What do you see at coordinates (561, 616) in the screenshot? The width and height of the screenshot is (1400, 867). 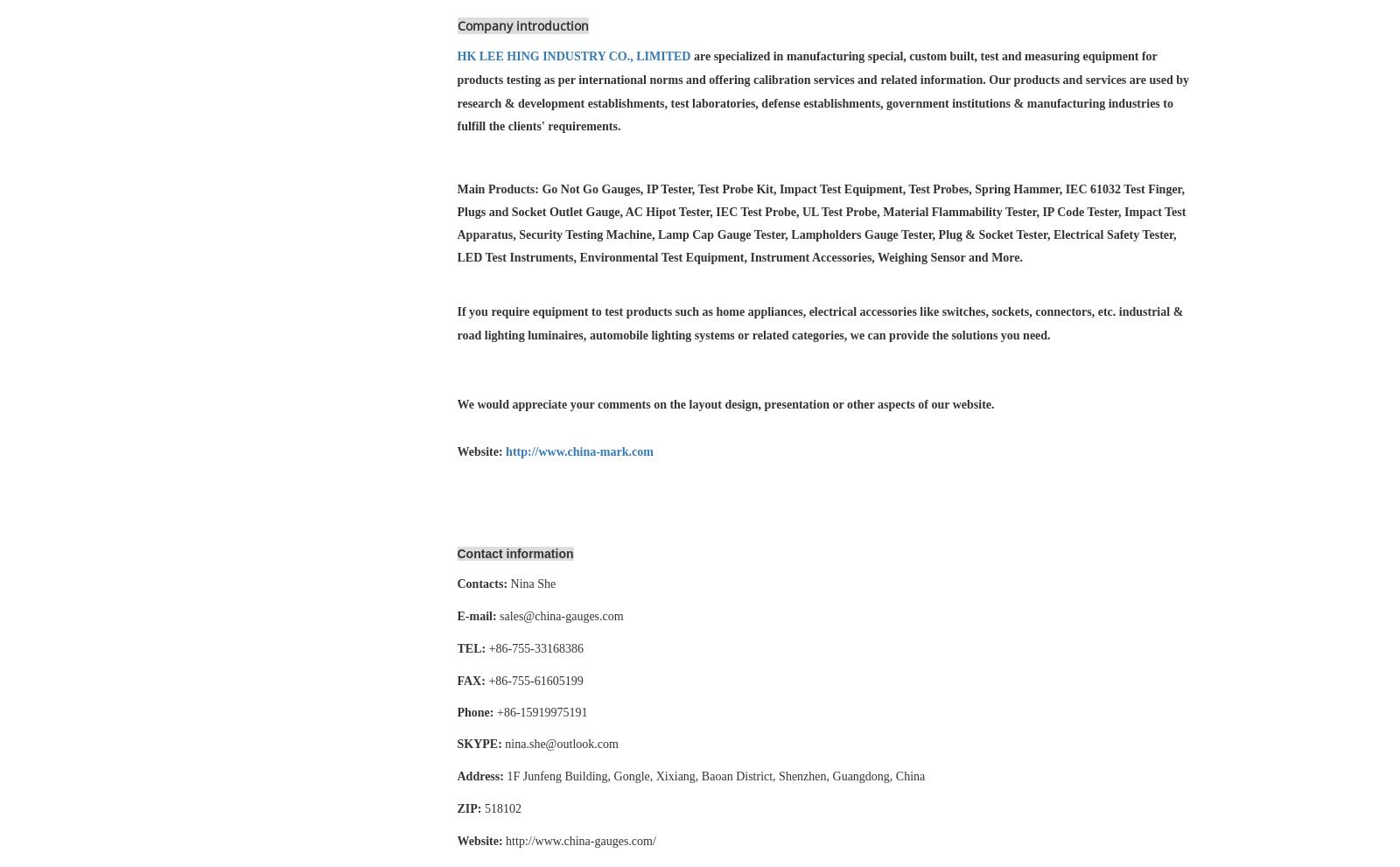 I see `'sales@china-gauges.com'` at bounding box center [561, 616].